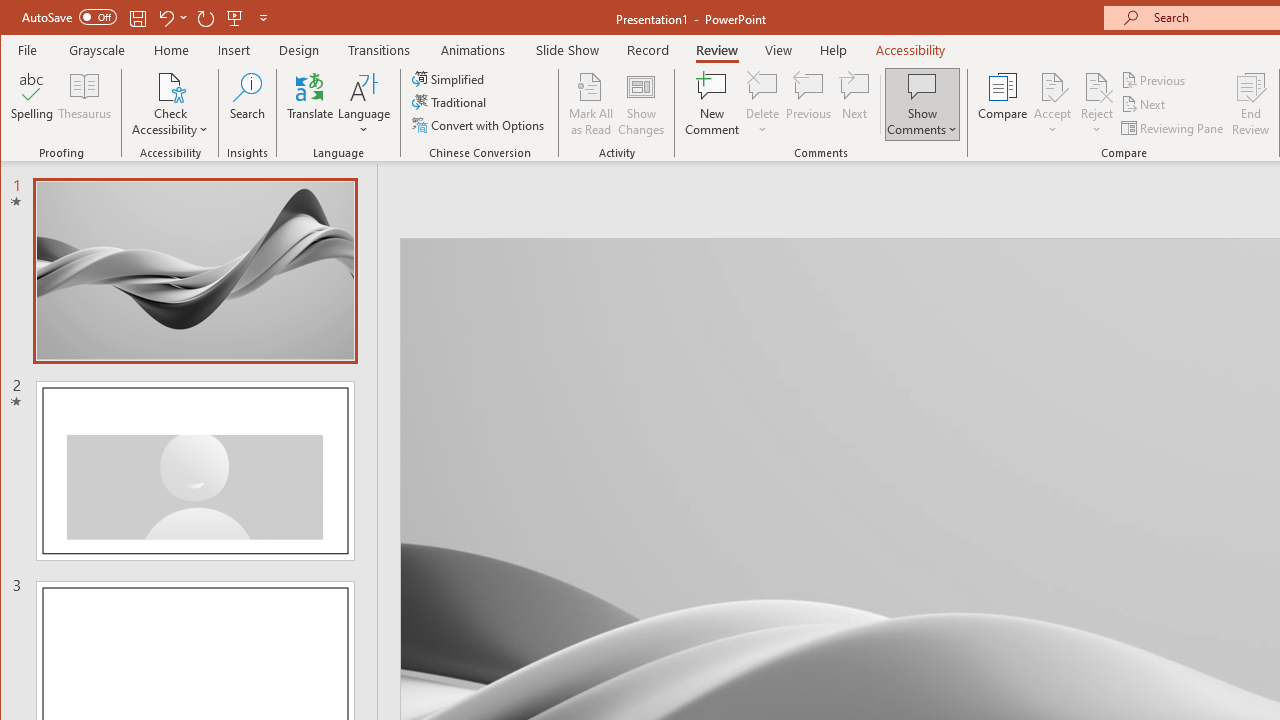  What do you see at coordinates (472, 49) in the screenshot?
I see `'Animations'` at bounding box center [472, 49].